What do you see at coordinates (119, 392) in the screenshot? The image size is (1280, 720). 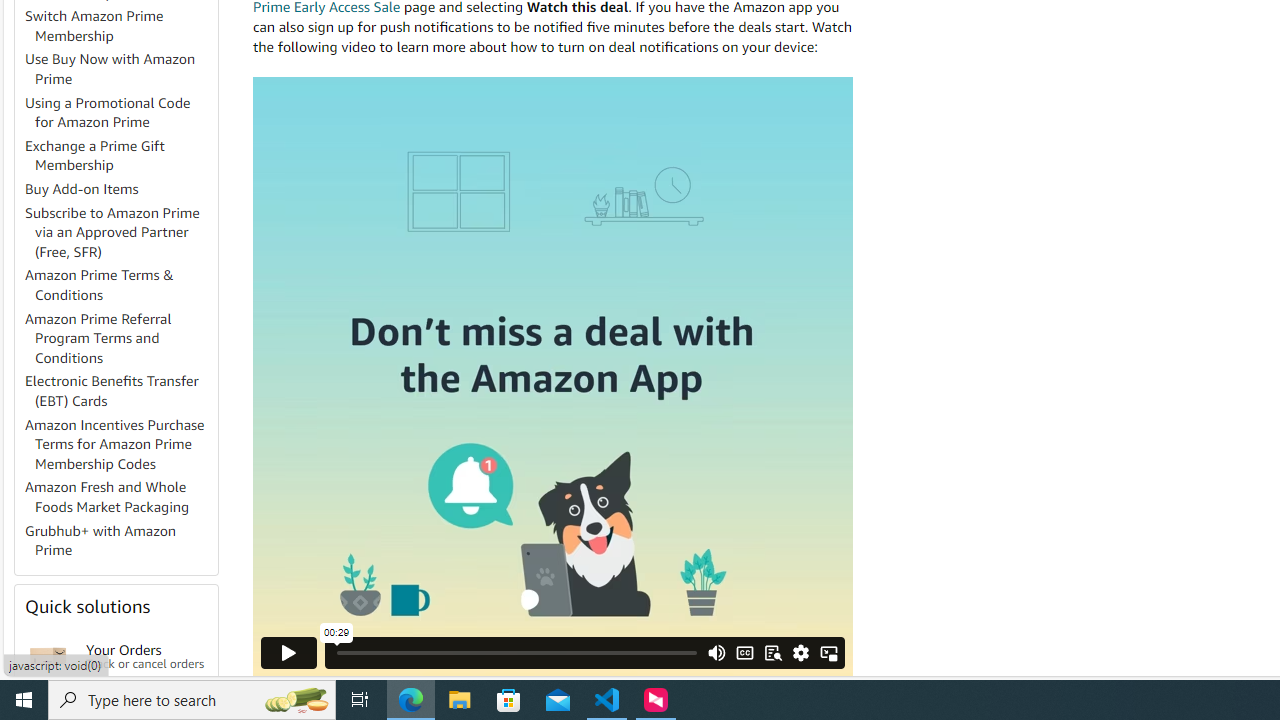 I see `'Electronic Benefits Transfer (EBT) Cards'` at bounding box center [119, 392].